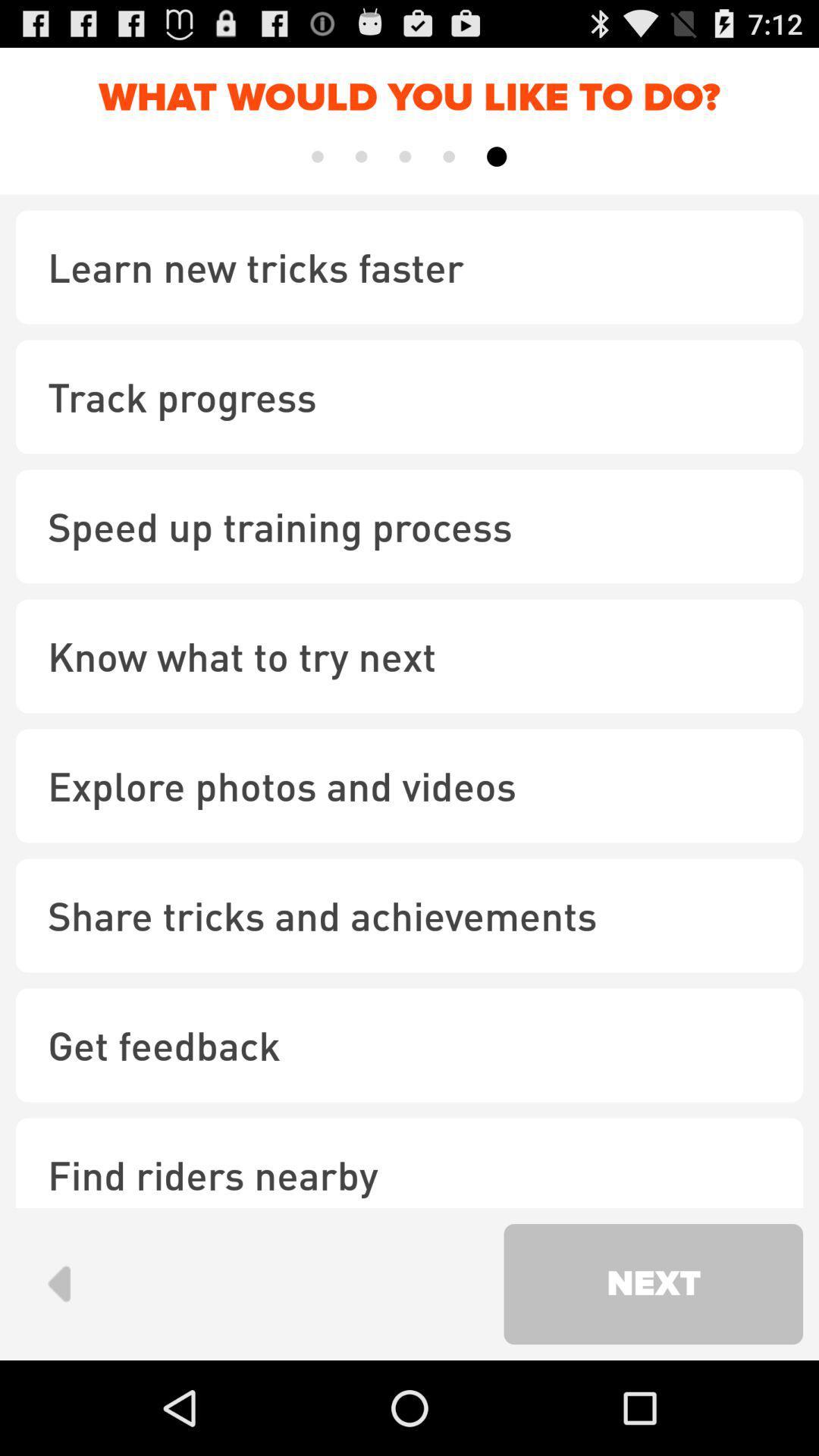 This screenshot has height=1456, width=819. Describe the element at coordinates (409, 786) in the screenshot. I see `the explore photos and checkbox` at that location.